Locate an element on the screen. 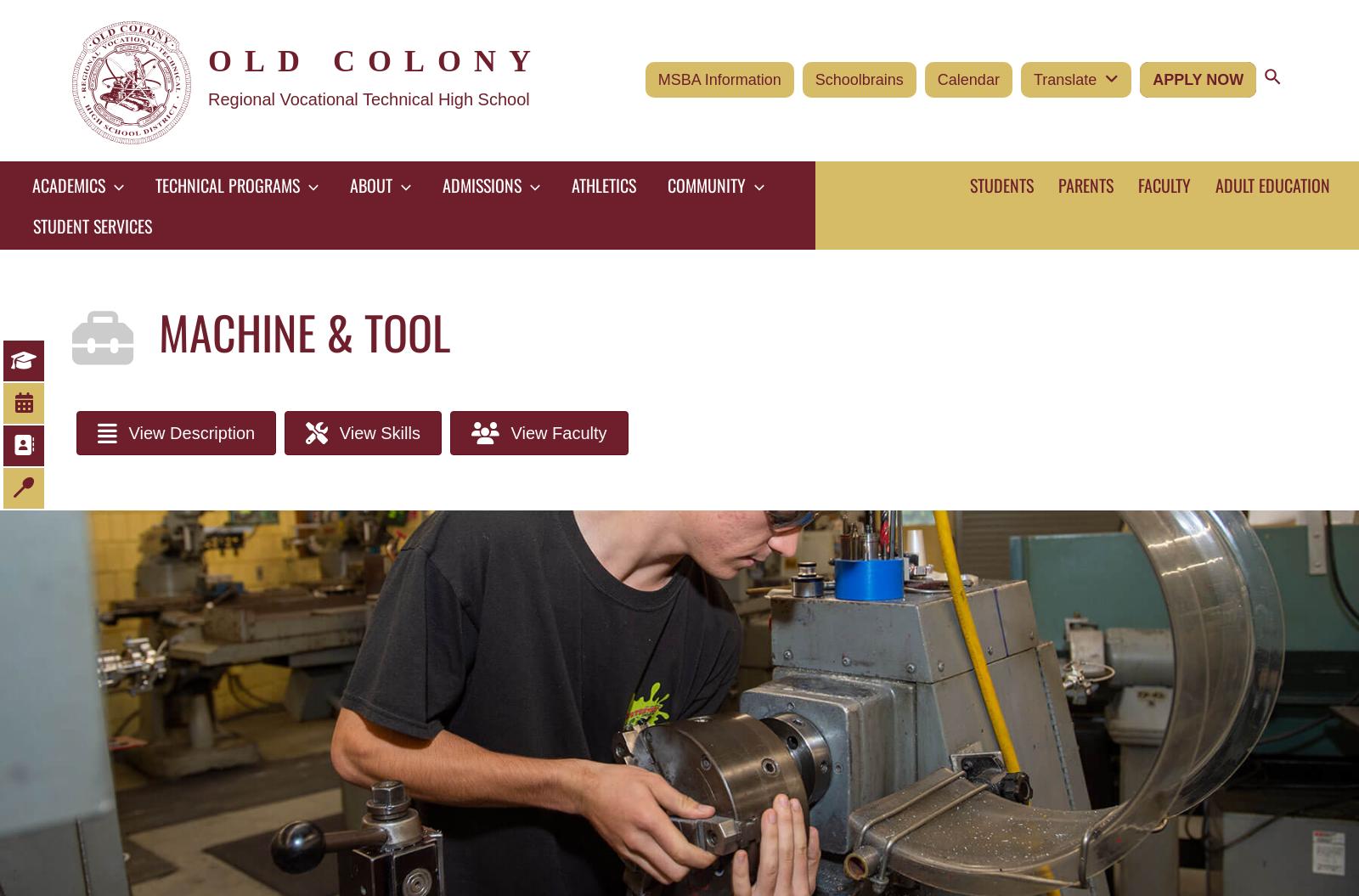 The image size is (1359, 896). 'Apply Now' is located at coordinates (1198, 79).